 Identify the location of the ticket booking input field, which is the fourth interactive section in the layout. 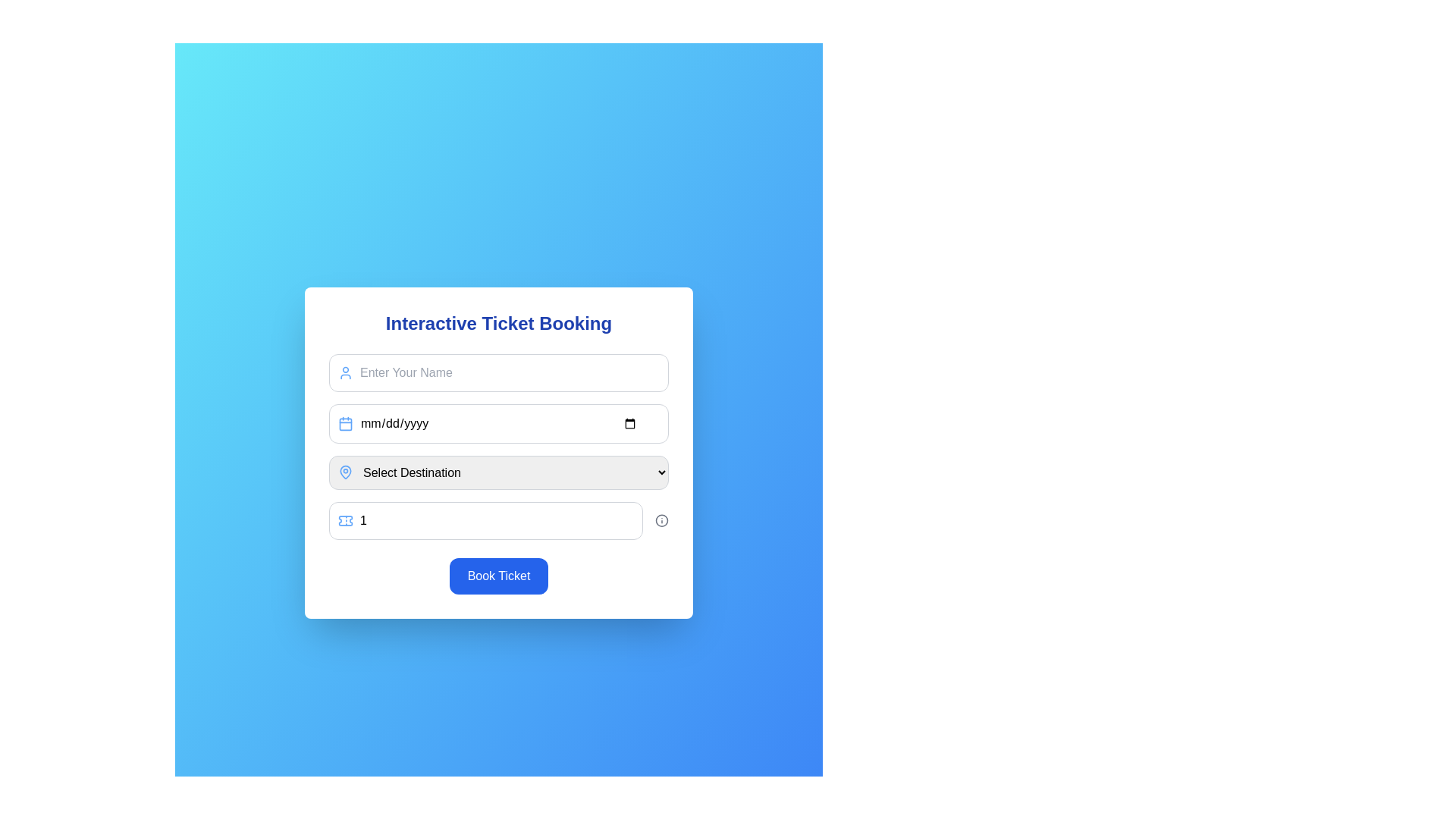
(498, 519).